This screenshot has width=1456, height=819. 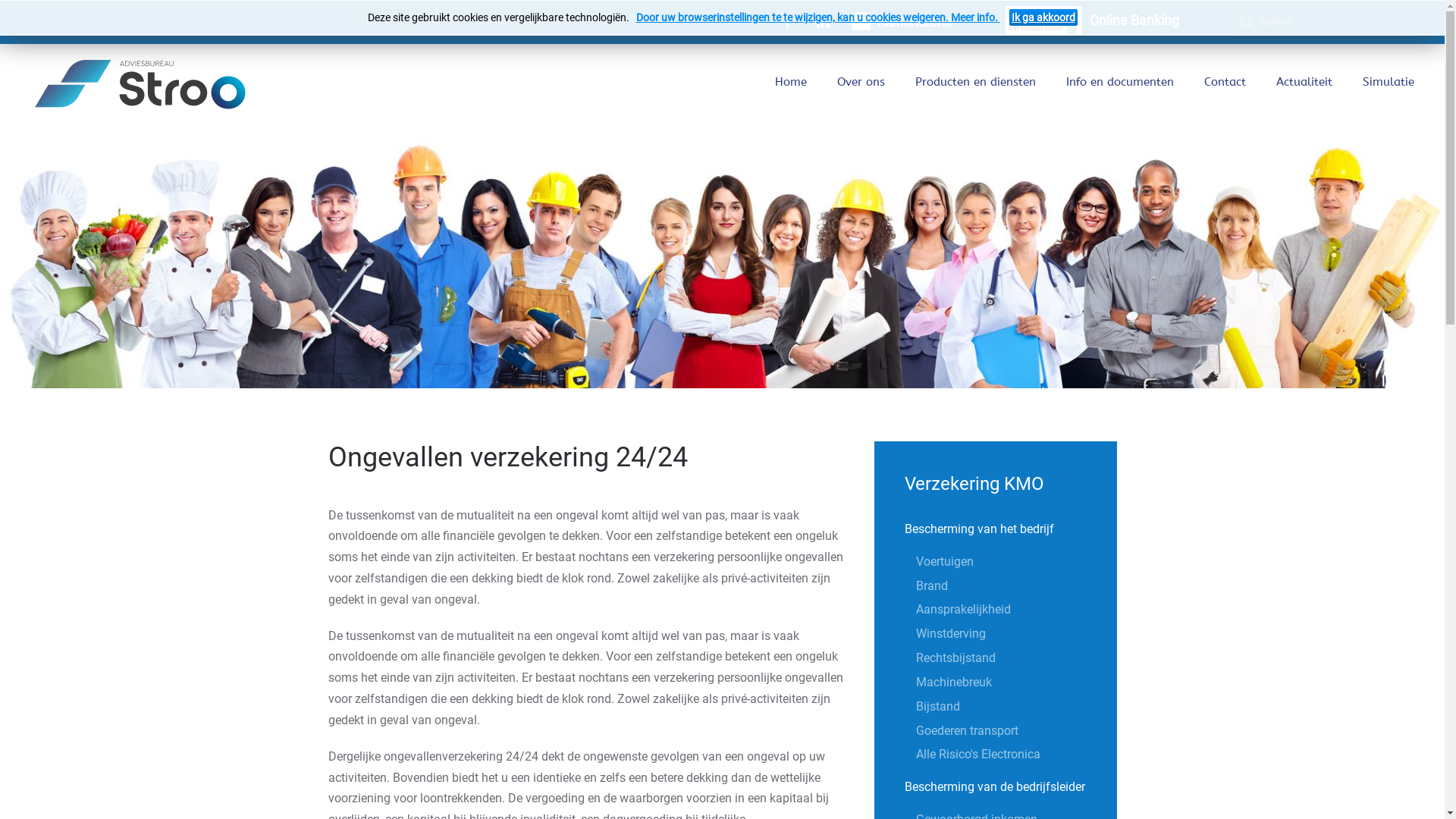 I want to click on 'Home', so click(x=789, y=82).